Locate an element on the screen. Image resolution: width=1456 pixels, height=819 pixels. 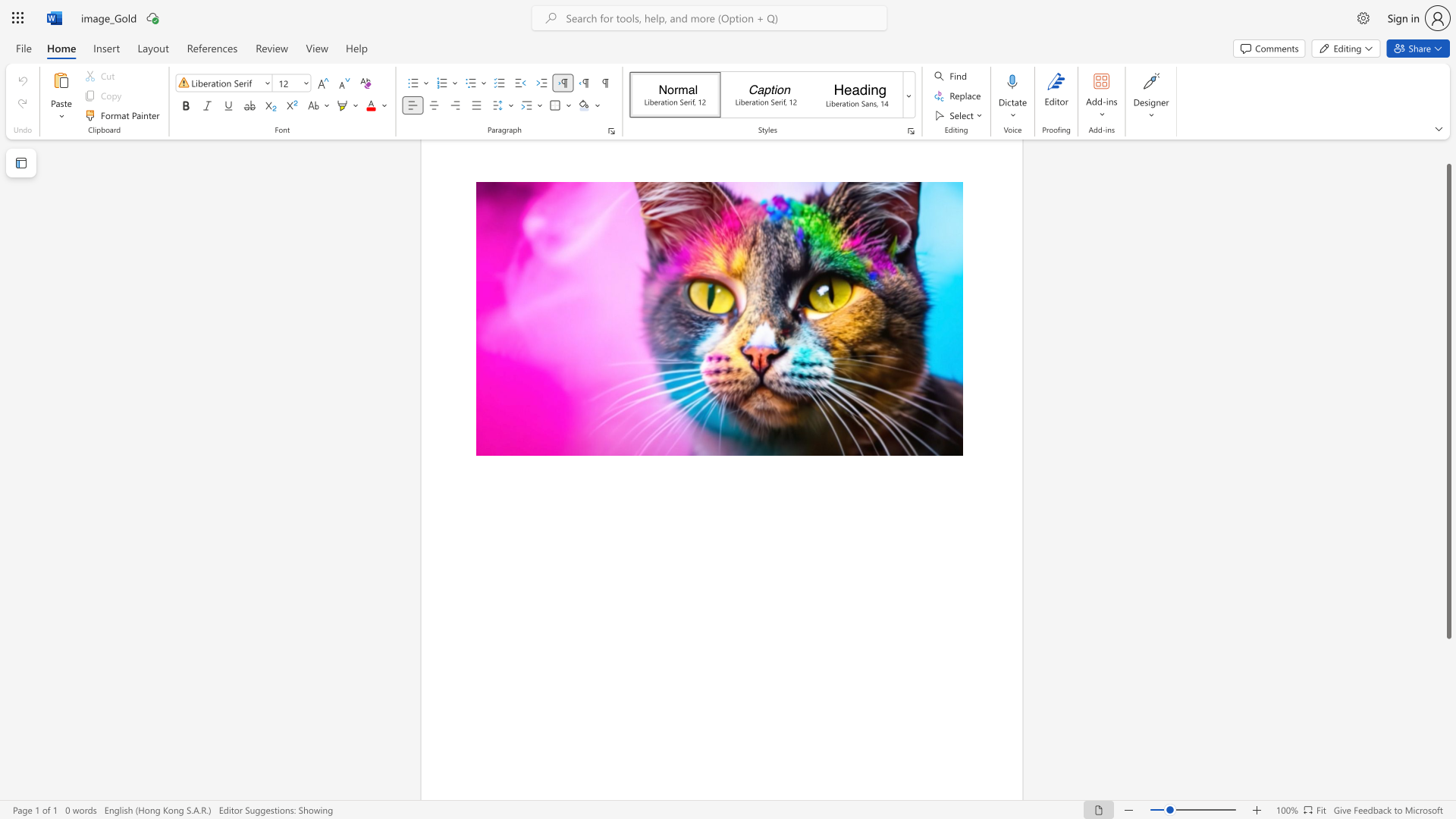
the scrollbar and move up 20 pixels is located at coordinates (1448, 400).